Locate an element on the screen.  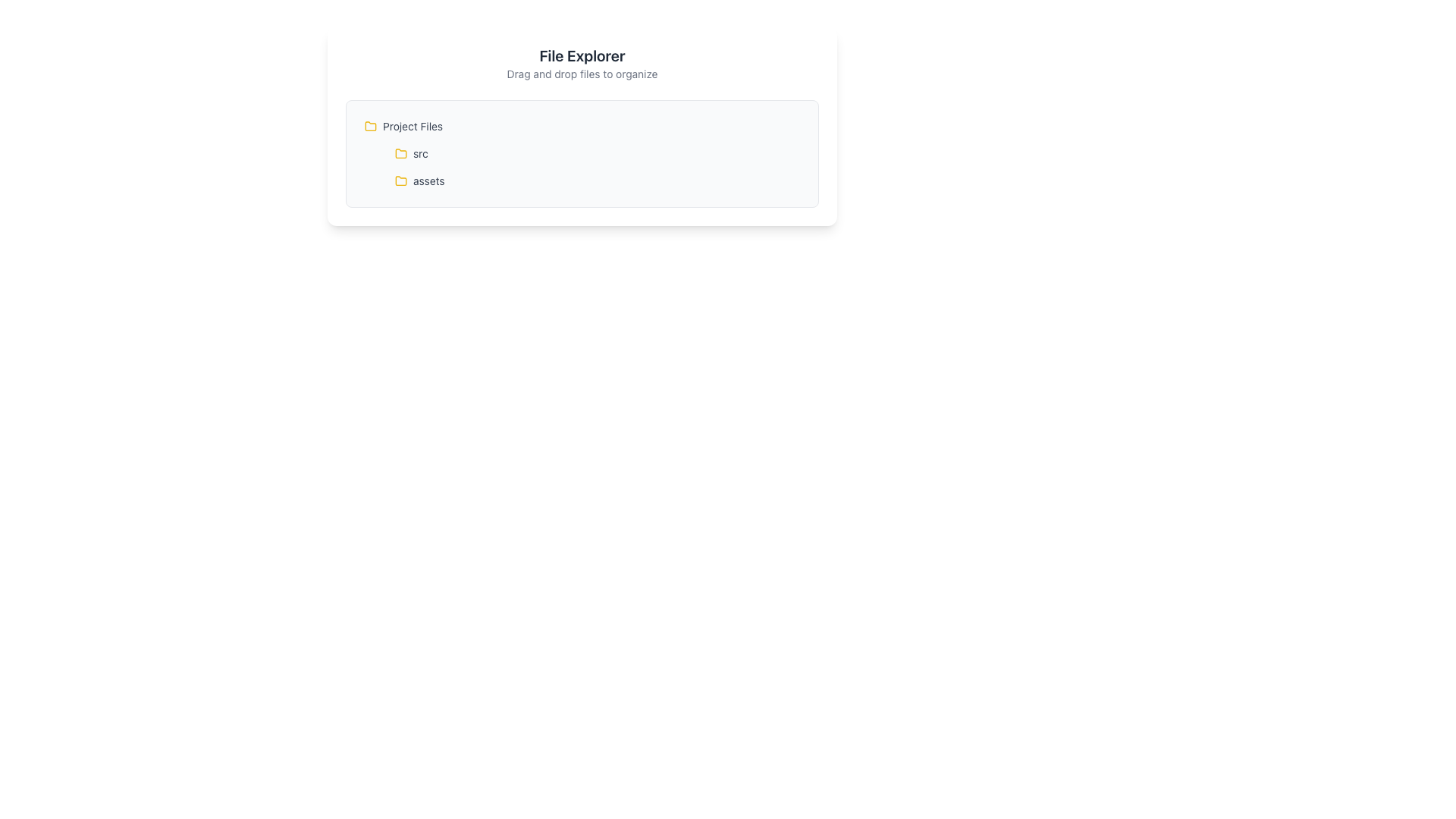
the yellow folder icon representing the 'src' directory in the file explorer is located at coordinates (400, 152).